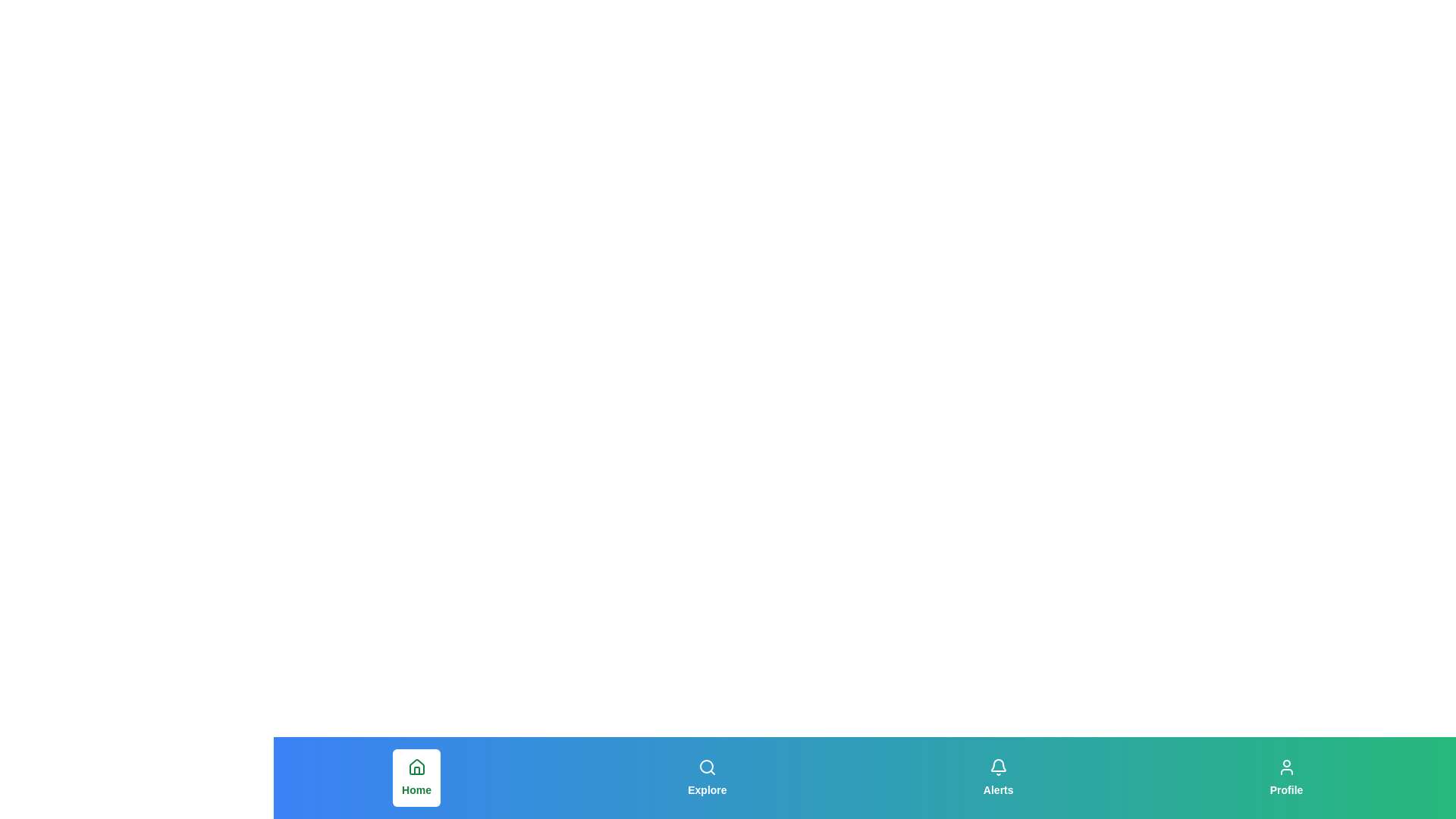 The width and height of the screenshot is (1456, 819). I want to click on the button labeled 'Explore' to observe its hover effect, so click(706, 778).